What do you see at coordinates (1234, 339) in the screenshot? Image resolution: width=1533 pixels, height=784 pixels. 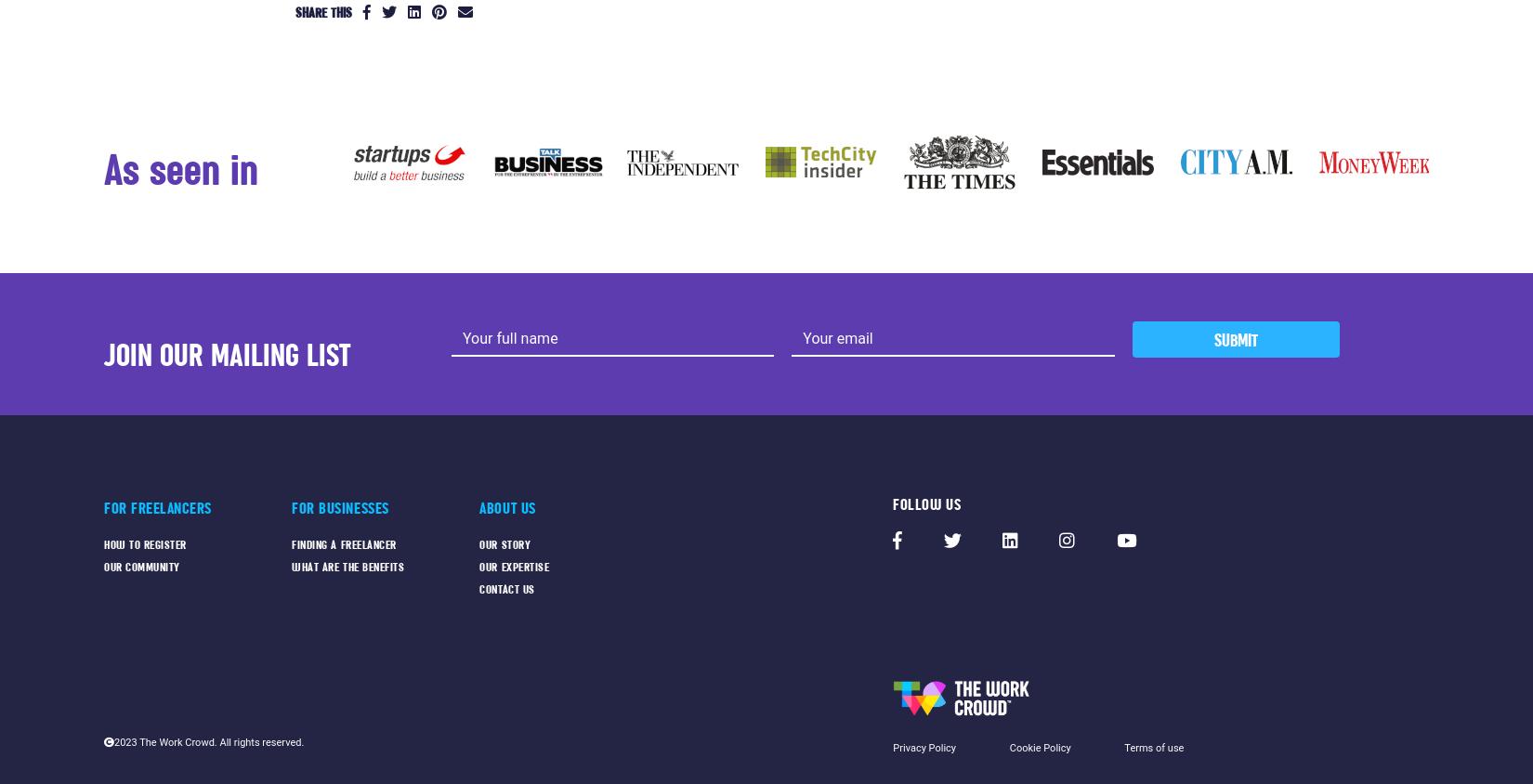 I see `'Submit'` at bounding box center [1234, 339].